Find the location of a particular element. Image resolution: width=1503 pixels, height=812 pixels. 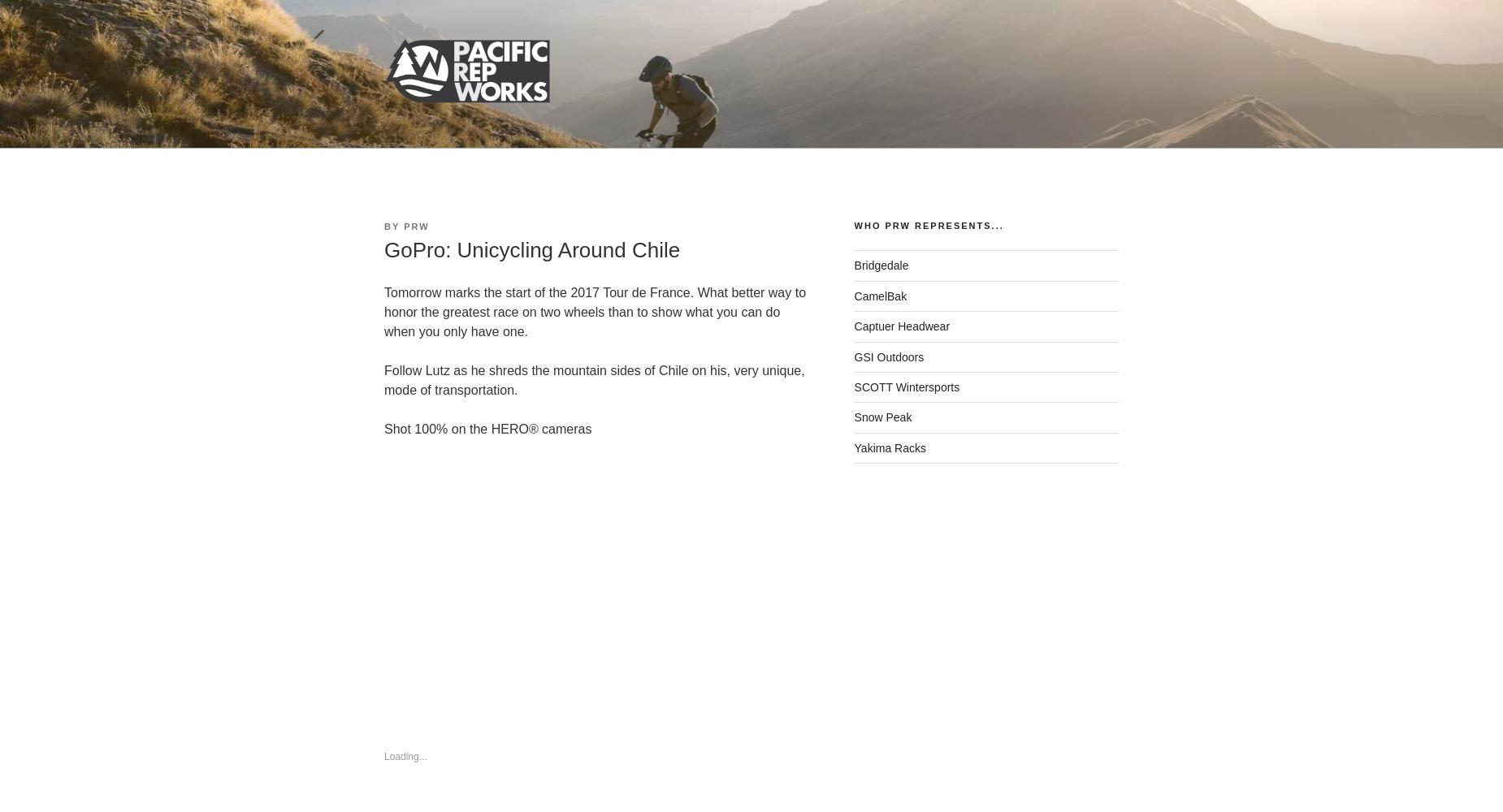

'Shot 100% on the HERO® cameras' is located at coordinates (487, 429).